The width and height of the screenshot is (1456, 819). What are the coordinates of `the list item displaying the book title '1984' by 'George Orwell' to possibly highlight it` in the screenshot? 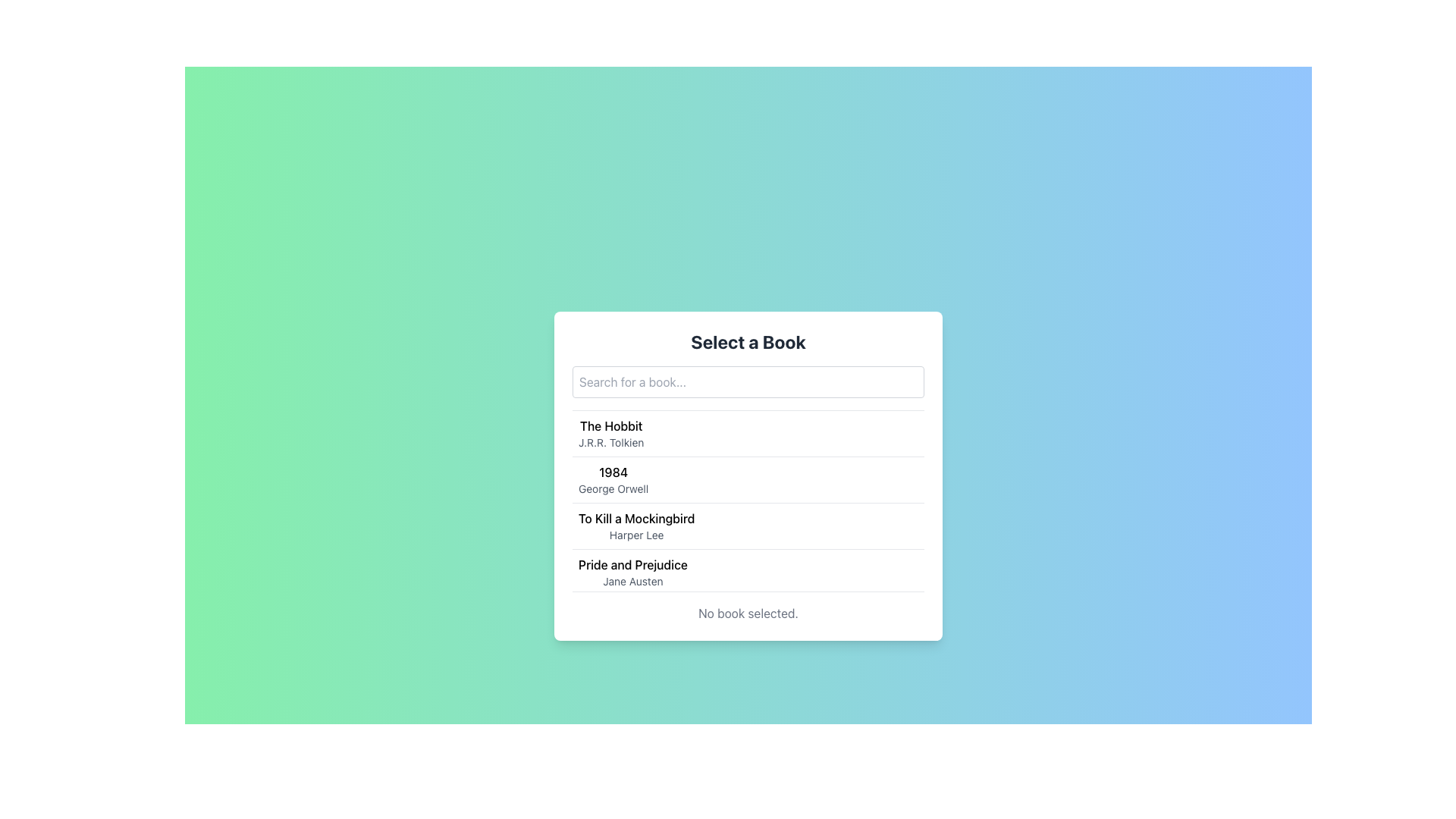 It's located at (748, 479).